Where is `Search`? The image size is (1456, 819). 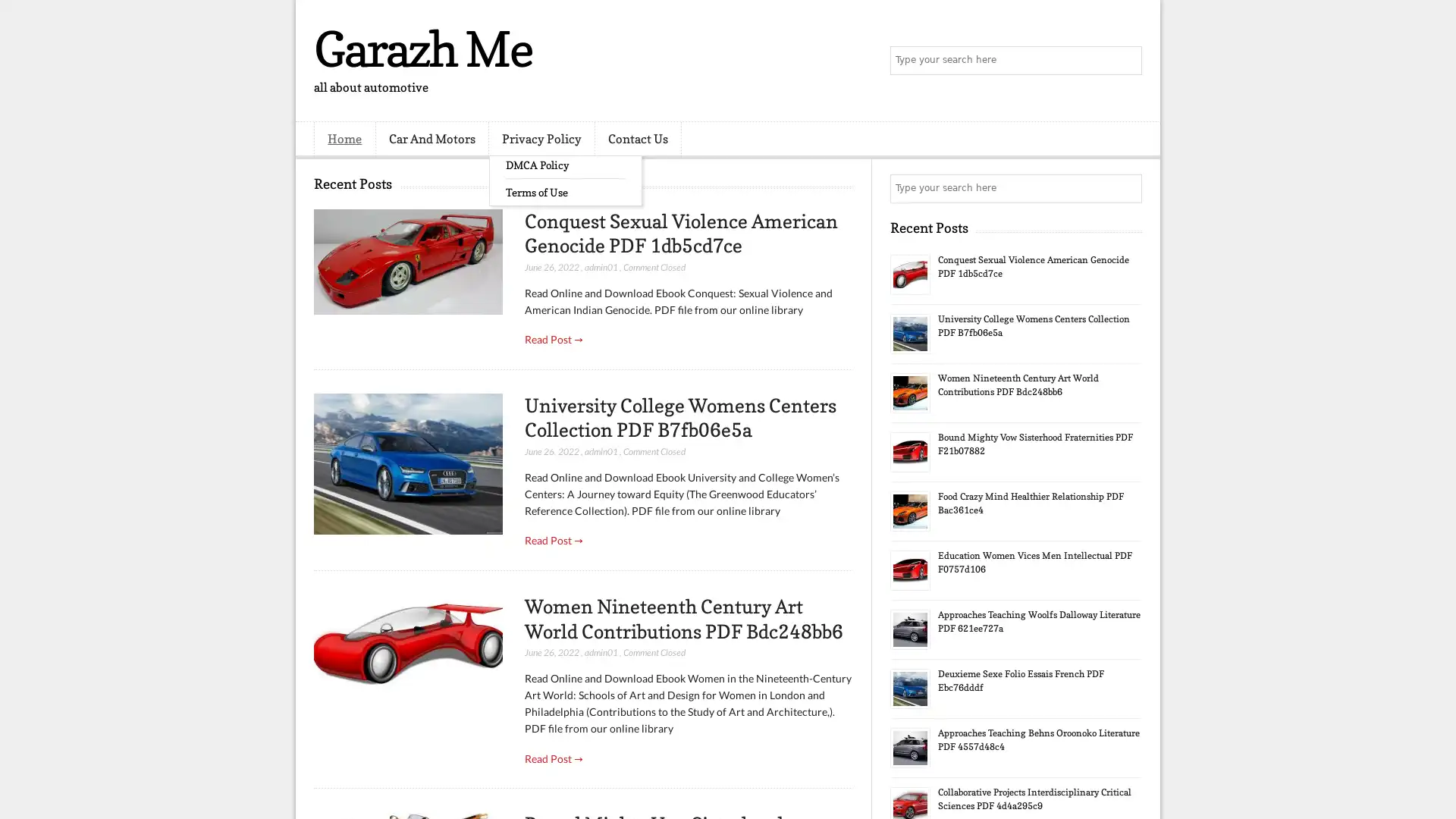
Search is located at coordinates (1126, 188).